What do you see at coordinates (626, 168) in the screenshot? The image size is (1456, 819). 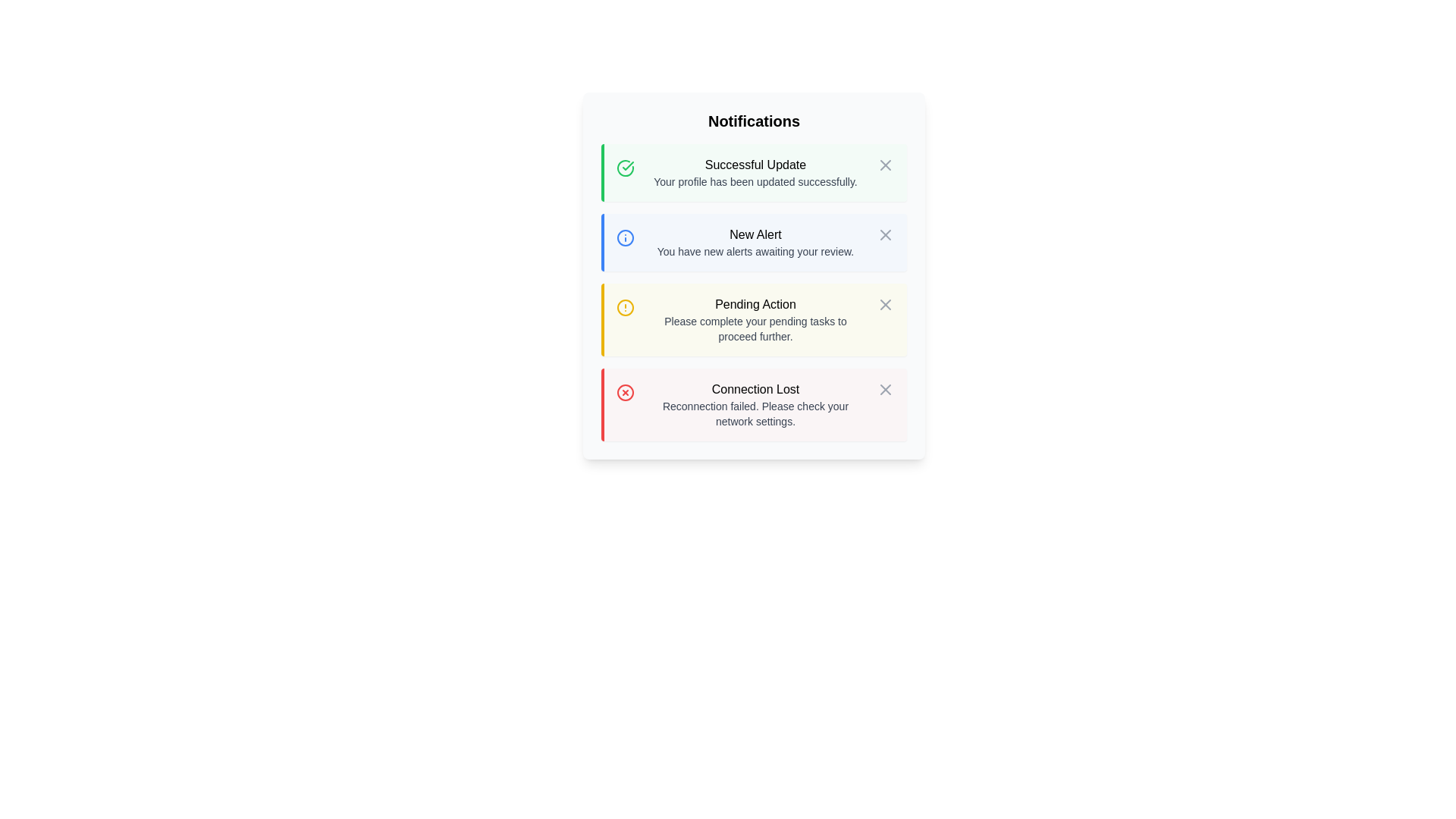 I see `the green circular icon with a checkmark symbol located at the top-left corner of the first notification item, aligned horizontally with the text 'Successful Update'` at bounding box center [626, 168].